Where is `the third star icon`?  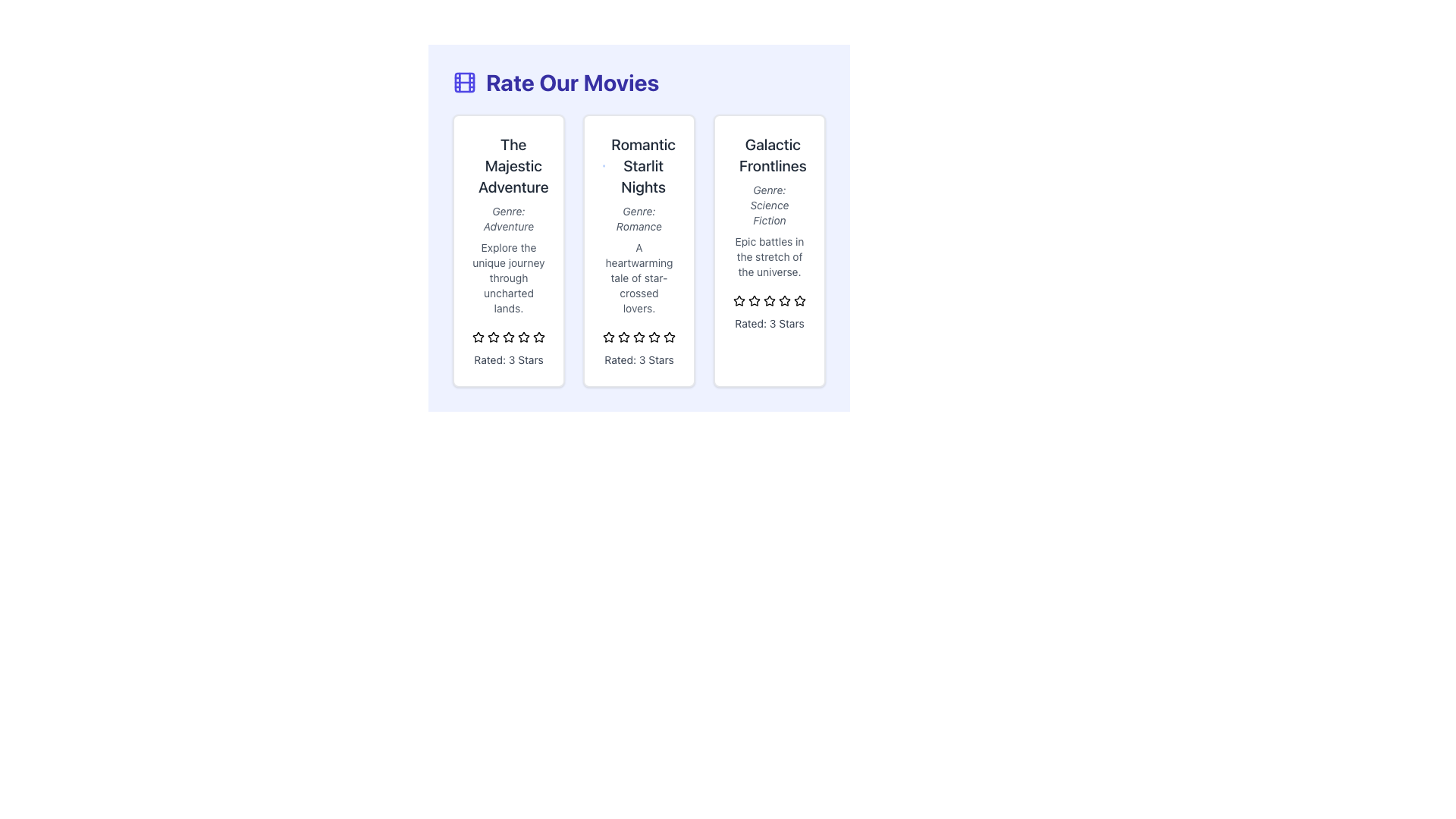
the third star icon is located at coordinates (769, 300).